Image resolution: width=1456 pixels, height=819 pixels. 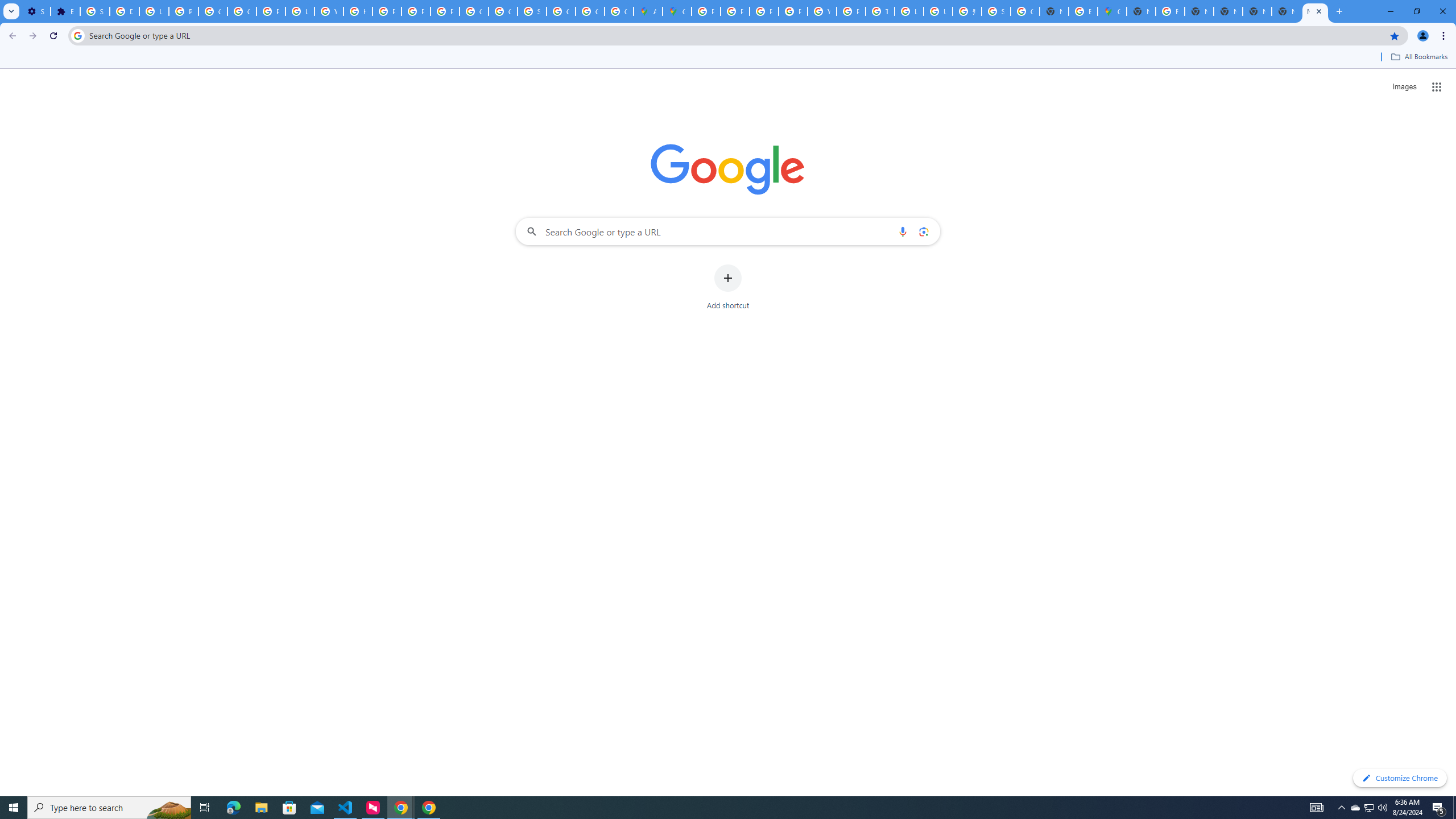 I want to click on 'Learn how to find your photos - Google Photos Help', so click(x=154, y=11).